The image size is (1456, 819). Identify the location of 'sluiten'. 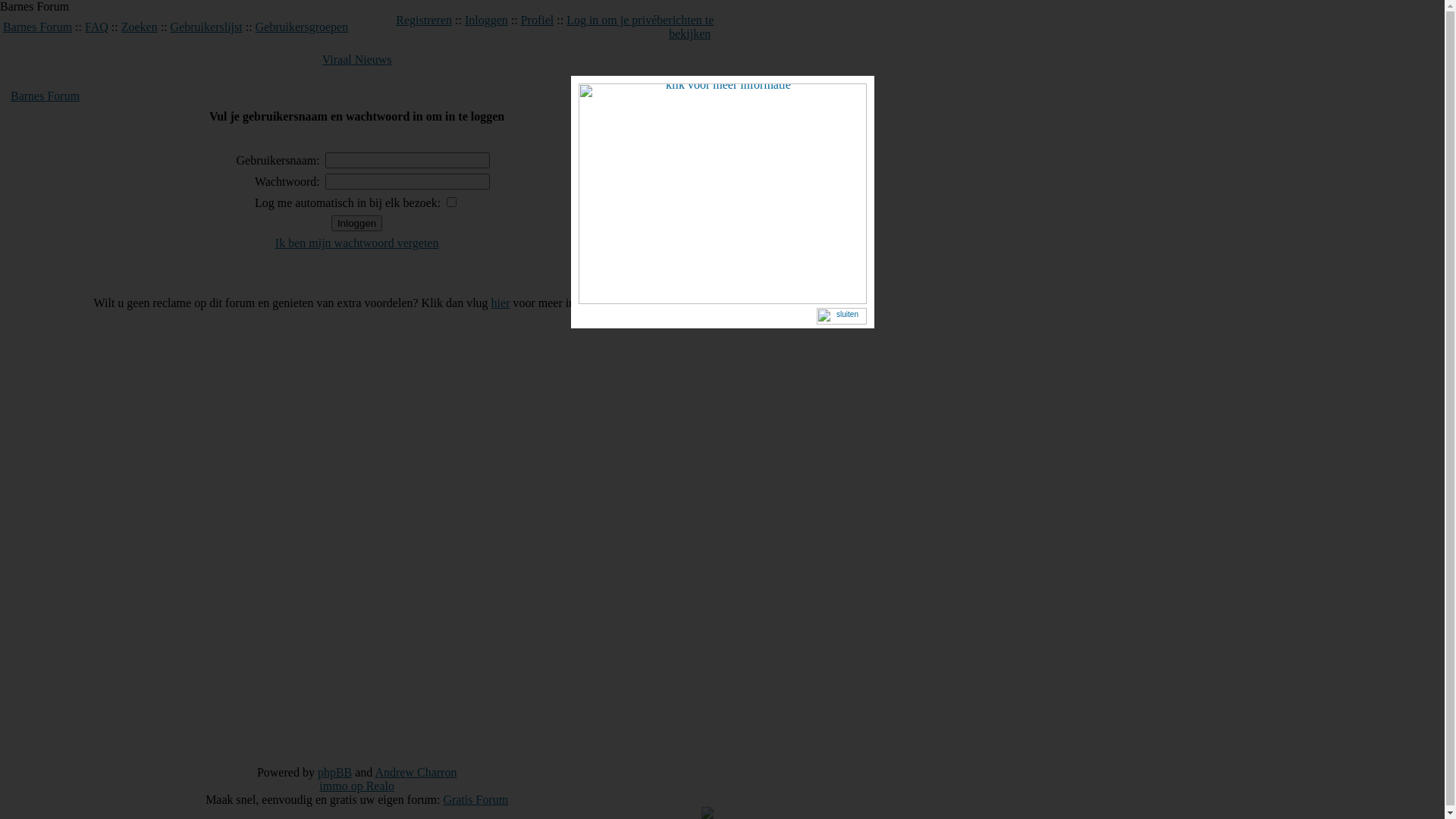
(839, 318).